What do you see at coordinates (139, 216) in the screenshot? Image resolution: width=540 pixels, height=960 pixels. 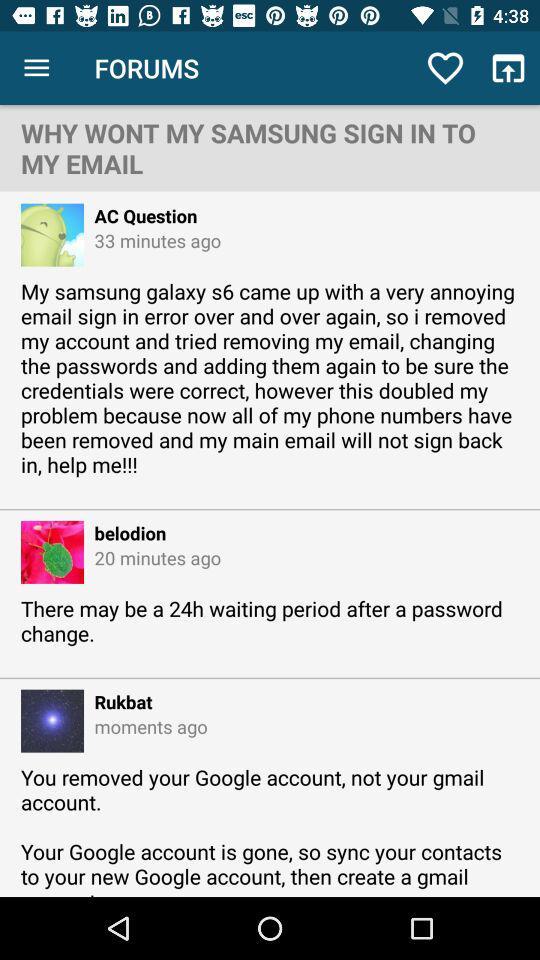 I see `icon below the why wont my` at bounding box center [139, 216].